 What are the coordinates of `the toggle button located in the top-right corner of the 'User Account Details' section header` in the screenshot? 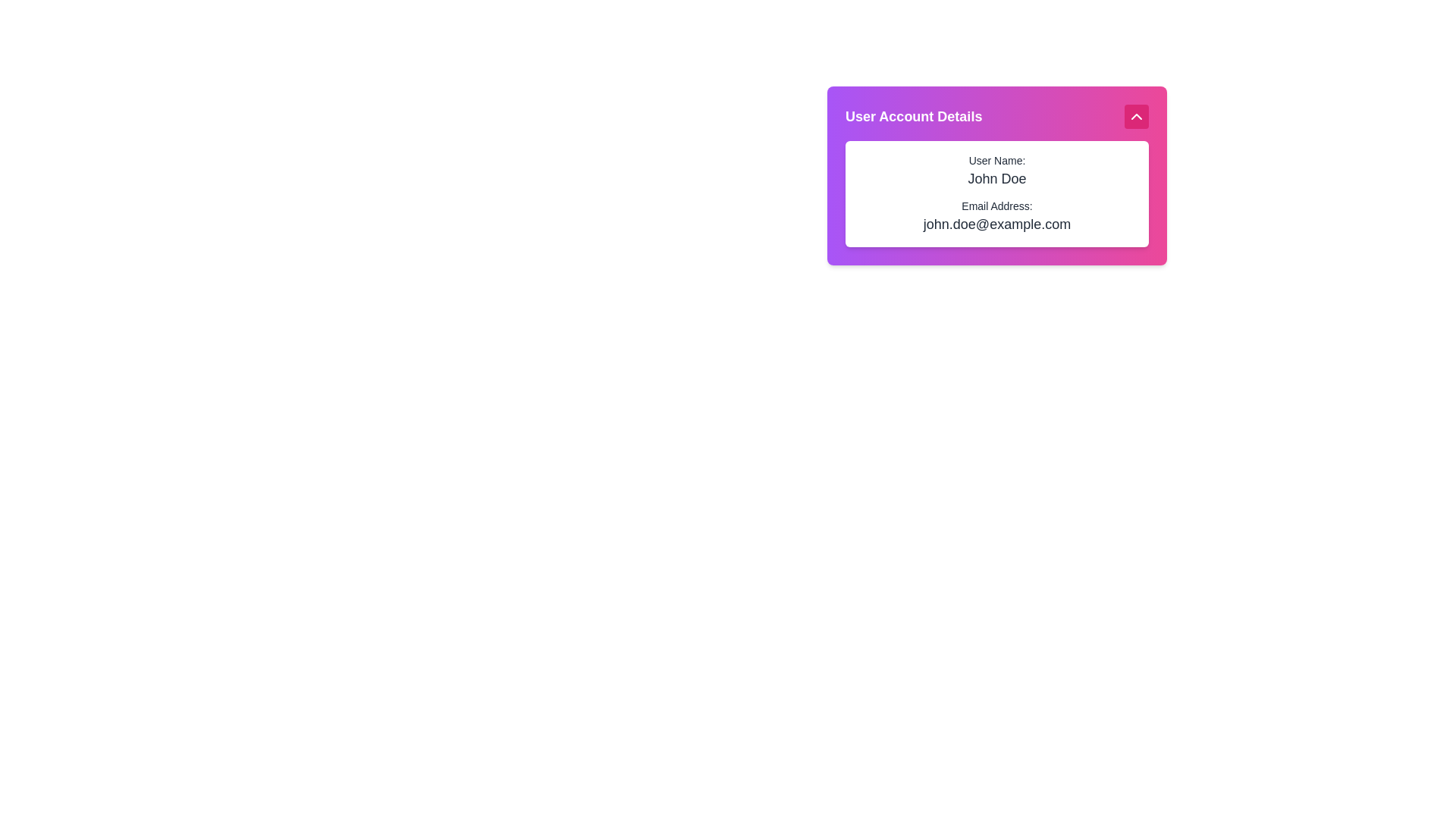 It's located at (1136, 116).